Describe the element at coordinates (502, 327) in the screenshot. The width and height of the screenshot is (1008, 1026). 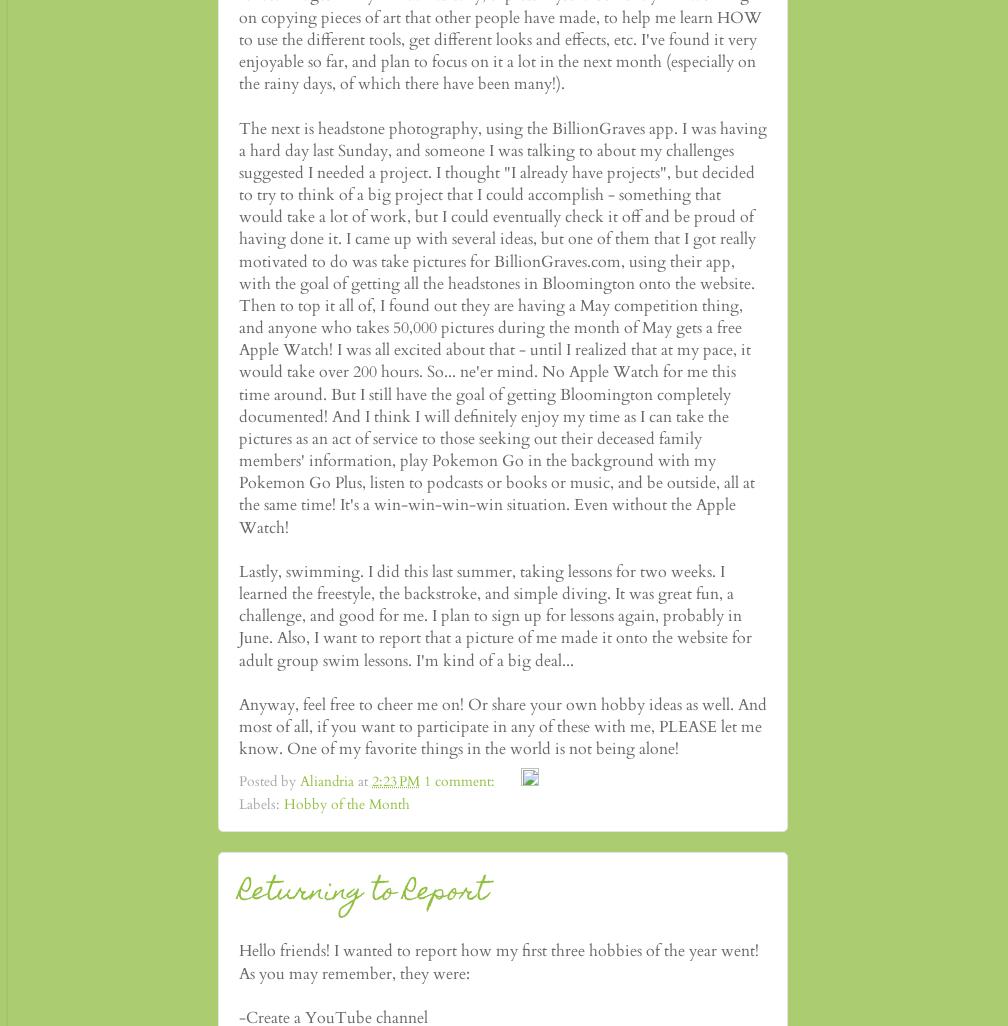
I see `'The next is headstone photography, using the BillionGraves app. I was having a hard day last Sunday, and someone I was talking to about my challenges suggested I needed a project. I thought "I already have projects", but decided to try to think of a big project that I could accomplish - something that would take a lot of work, but I could eventually check it off and be proud of having done it. I came up with several ideas, but one of them that I got really motivated to do was take pictures for BillionGraves.com, using their app, with the goal of getting all the headstones in Bloomington onto the website. Then to top it all of, I found out they are having a May competition thing, and anyone who takes 50,000 pictures during the month of May gets a free Apple Watch! I was all excited about that - until I realized that at my pace, it would take over 200 hours. So... ne'er mind. No Apple Watch for me this time around. But I still have the goal of getting Bloomington completely documented! And I think I will definitely enjoy my time as I can take the pictures as an act of service to those seeking out their deceased family members' information, play Pokemon Go in the background with my Pokemon Go Plus, listen to podcasts or books or music, and be outside, all at the same time! It's a win-win-win-win situation. Even without the Apple Watch!'` at that location.